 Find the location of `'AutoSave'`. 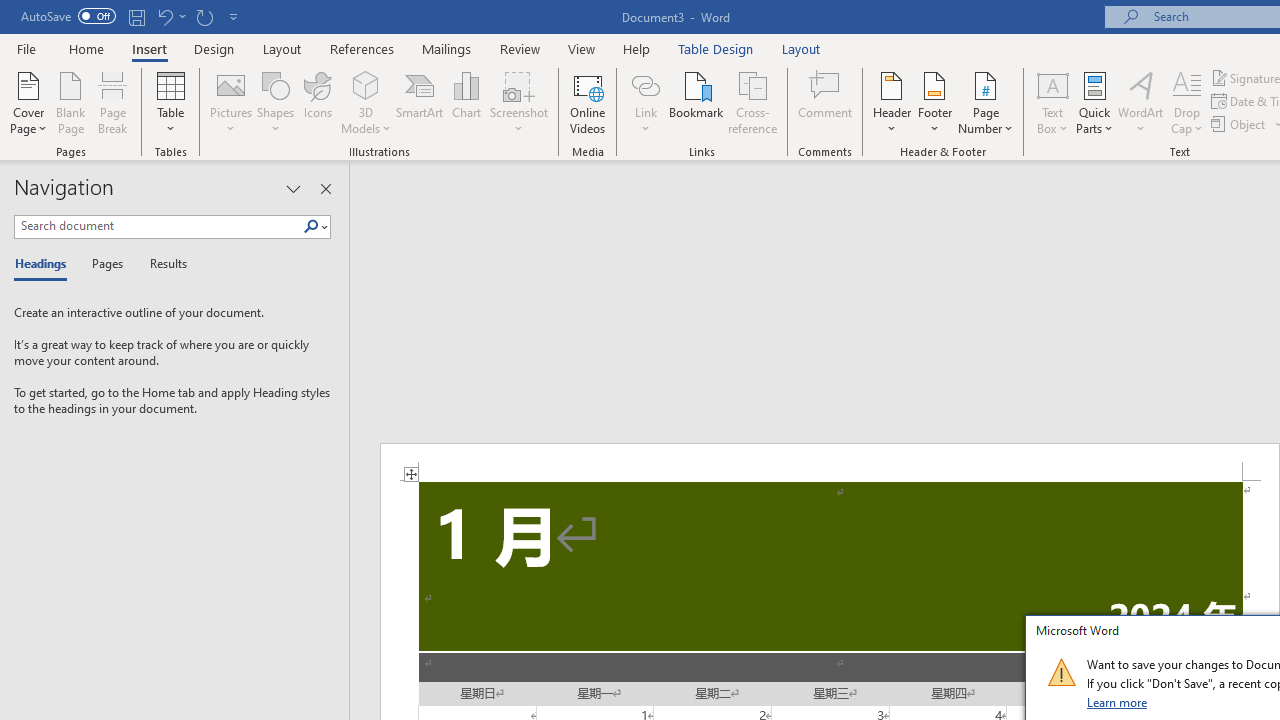

'AutoSave' is located at coordinates (68, 16).